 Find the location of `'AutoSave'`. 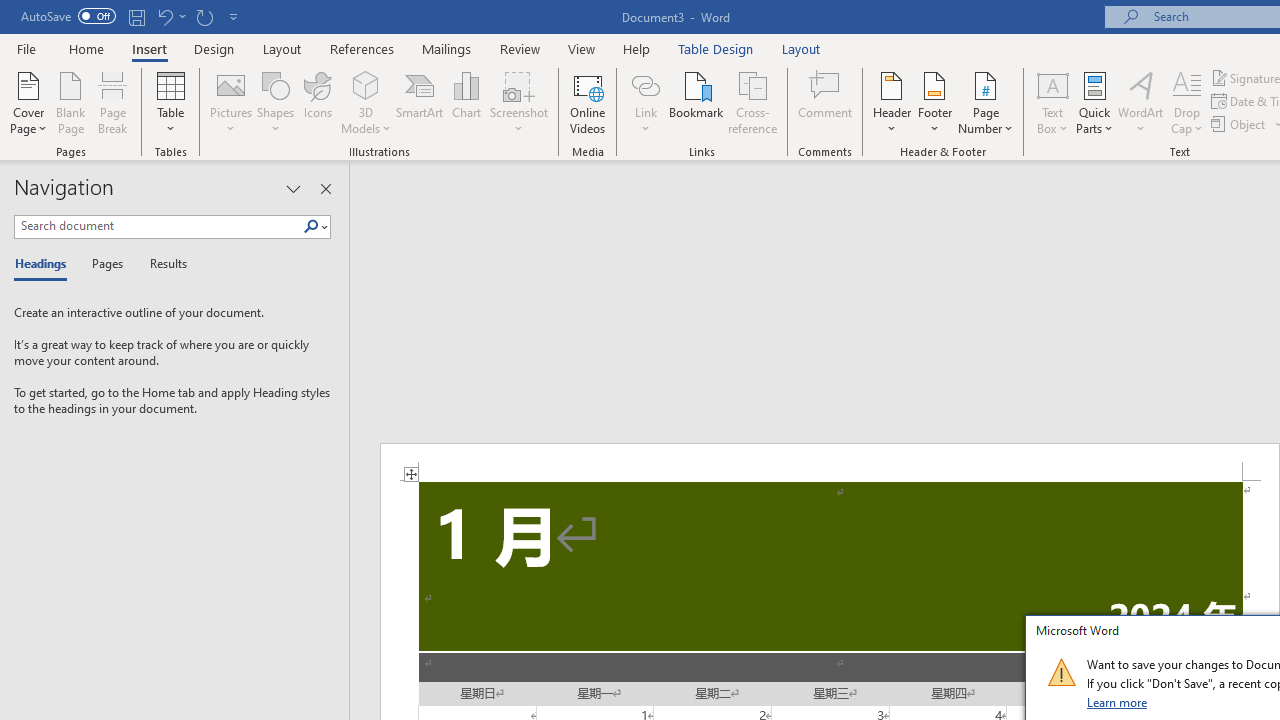

'AutoSave' is located at coordinates (68, 16).